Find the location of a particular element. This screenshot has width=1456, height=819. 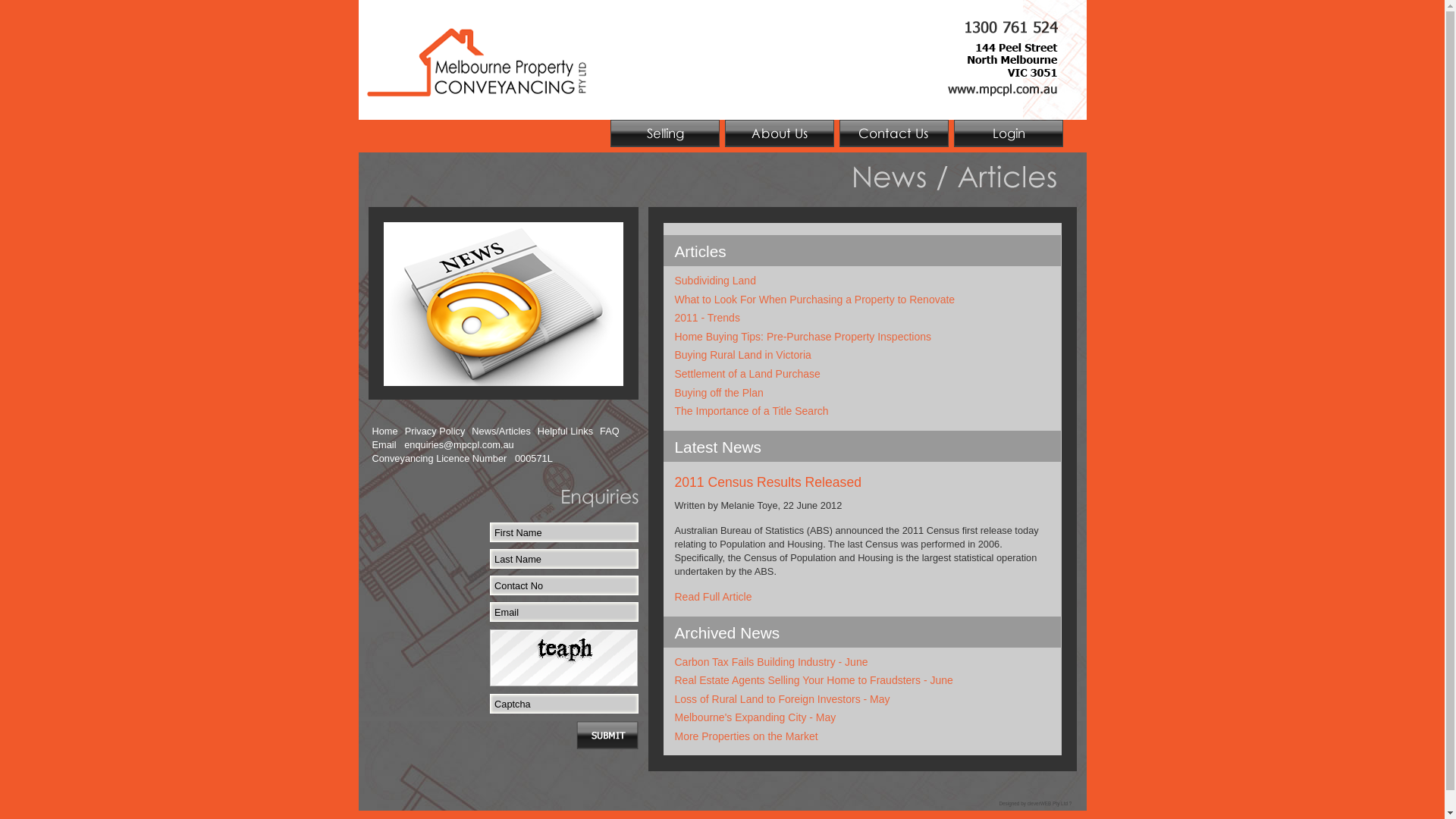

'Helpful Links' is located at coordinates (538, 431).